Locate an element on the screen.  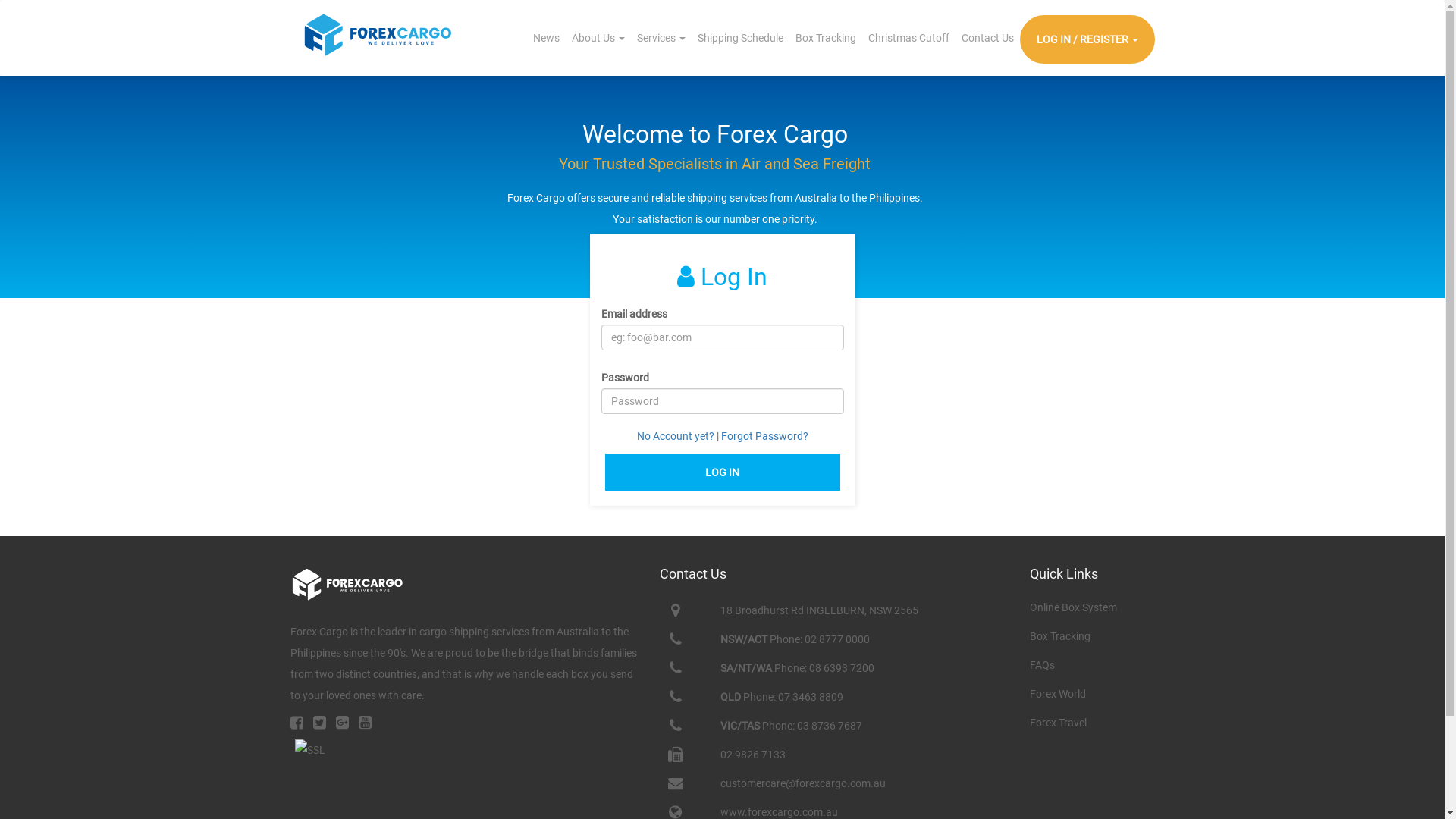
'www.forexcargo.com.au' is located at coordinates (779, 811).